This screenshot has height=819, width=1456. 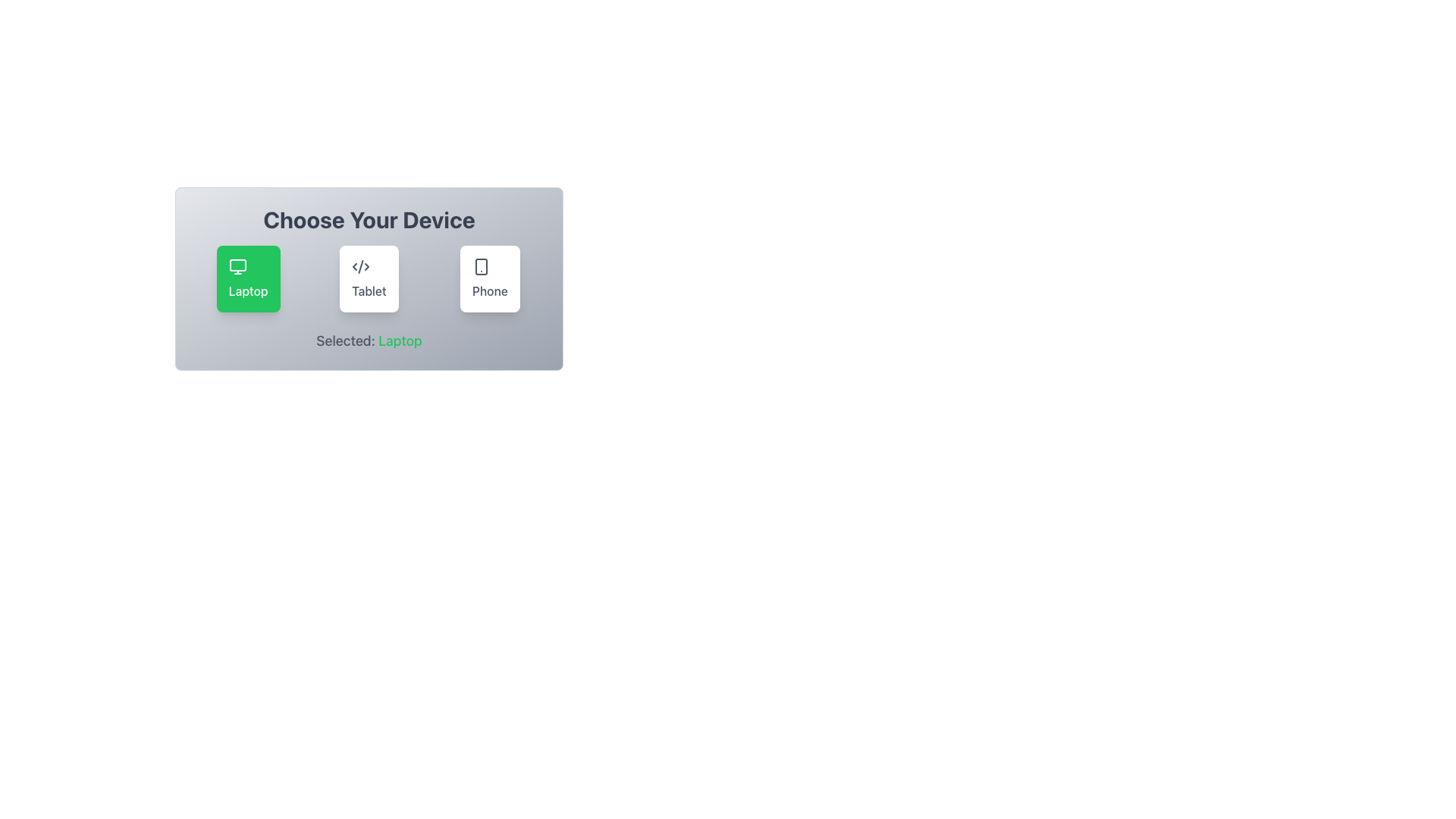 I want to click on the 'Tablet' button, which is the second button in the horizontal layout of three options labeled 'Laptop', 'Tablet', and 'Phone' in the 'Choose Your Device' section, so click(x=369, y=278).